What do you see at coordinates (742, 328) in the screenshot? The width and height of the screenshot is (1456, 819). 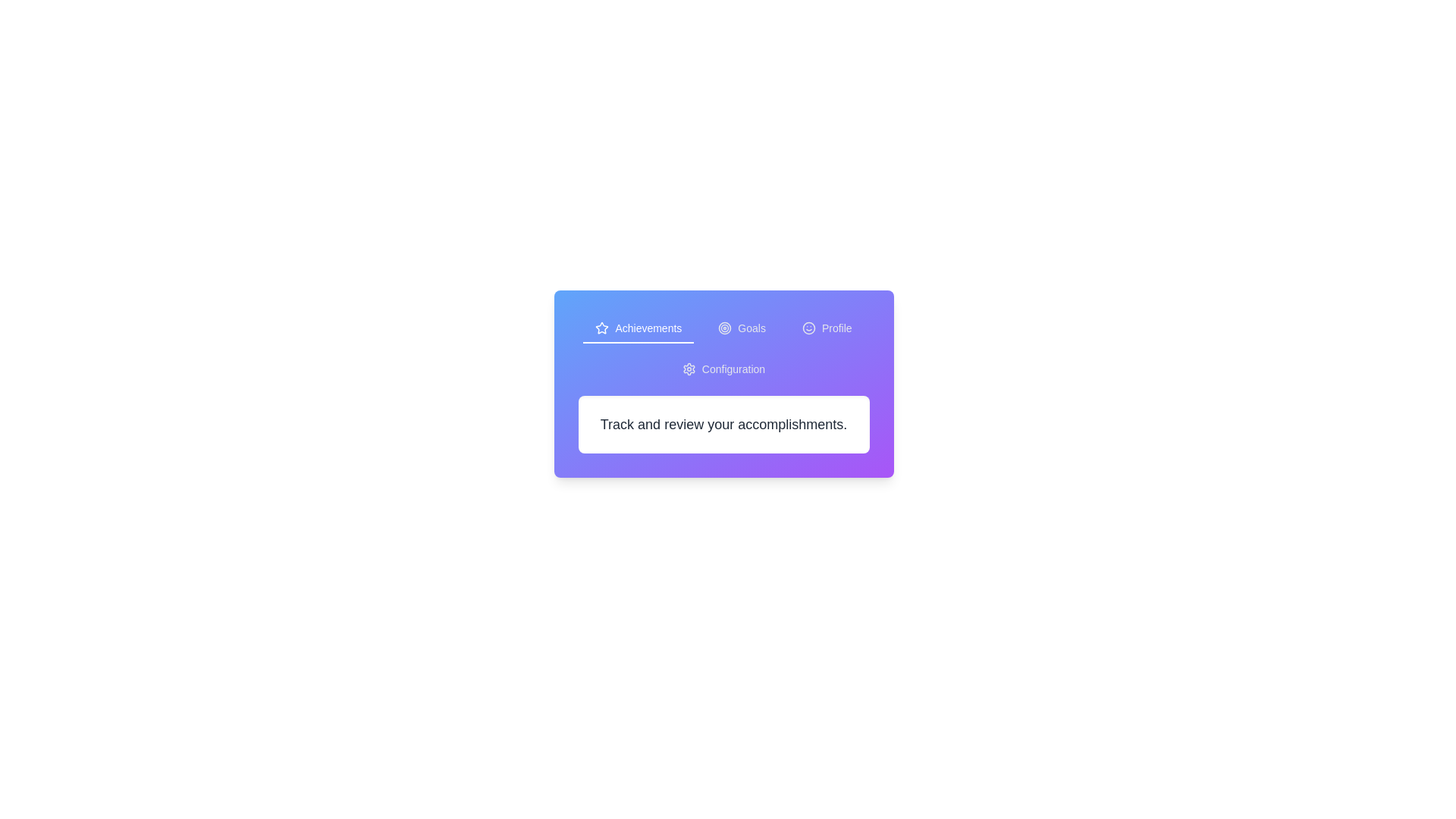 I see `the Goals tab` at bounding box center [742, 328].